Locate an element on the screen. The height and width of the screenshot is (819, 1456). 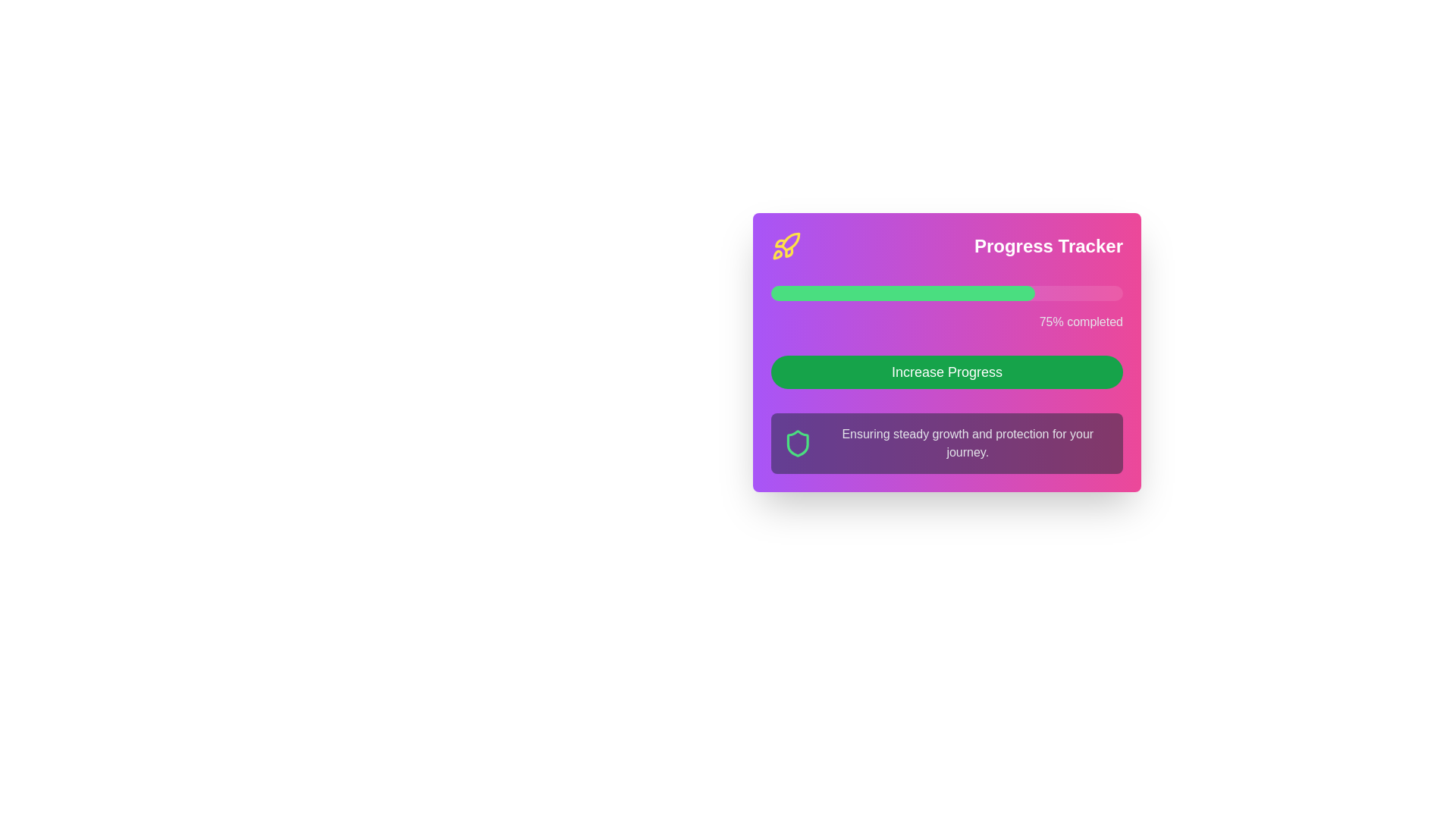
the 'Increase Progress' button, which is a green rectangular button with white text, located within the 'Progress Tracker' panel is located at coordinates (946, 372).